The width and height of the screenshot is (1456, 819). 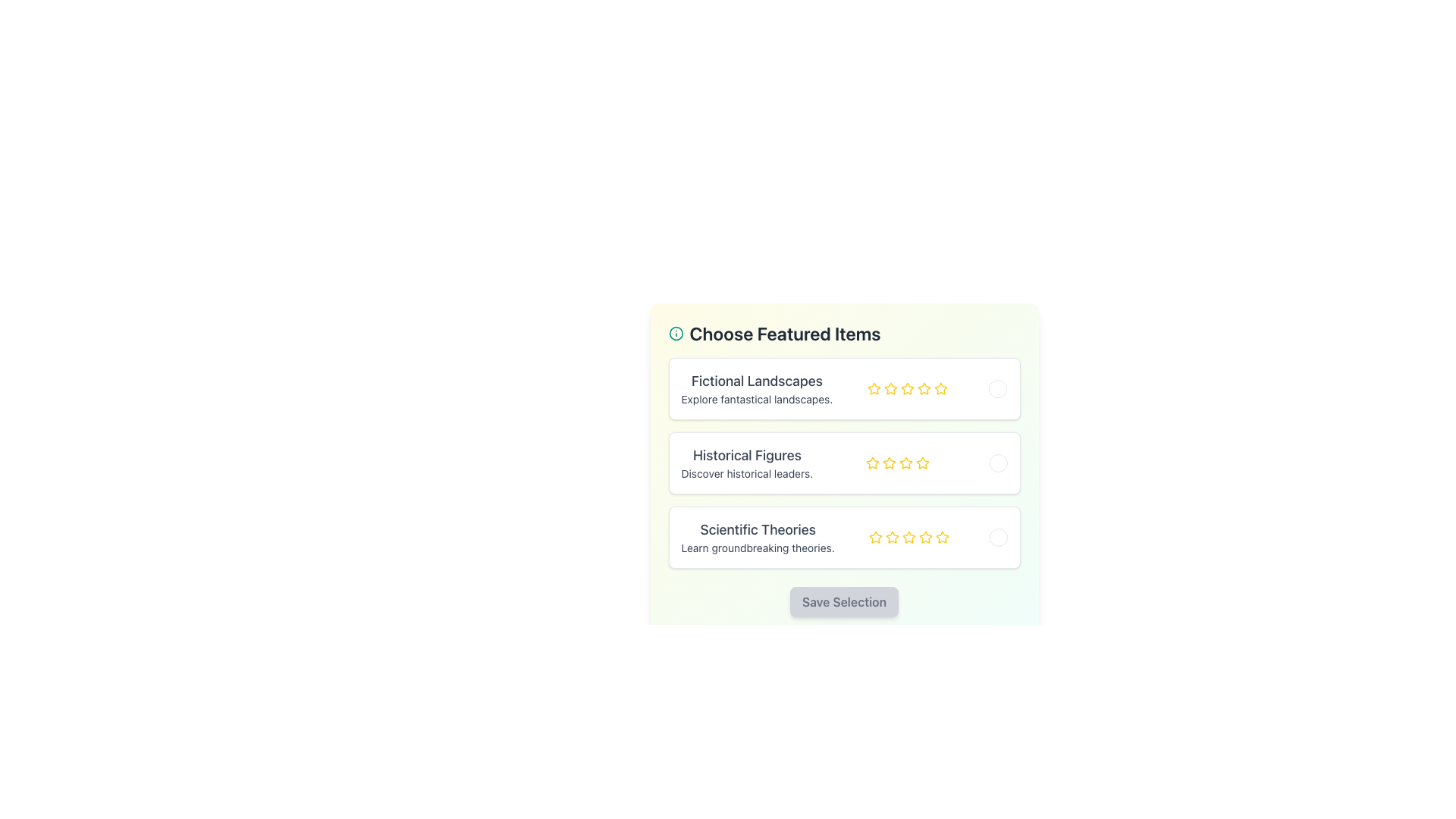 I want to click on the first star-shaped icon in the Star Rating Component with a yellow border in the 'Fictional Landscapes' rating section, so click(x=874, y=388).